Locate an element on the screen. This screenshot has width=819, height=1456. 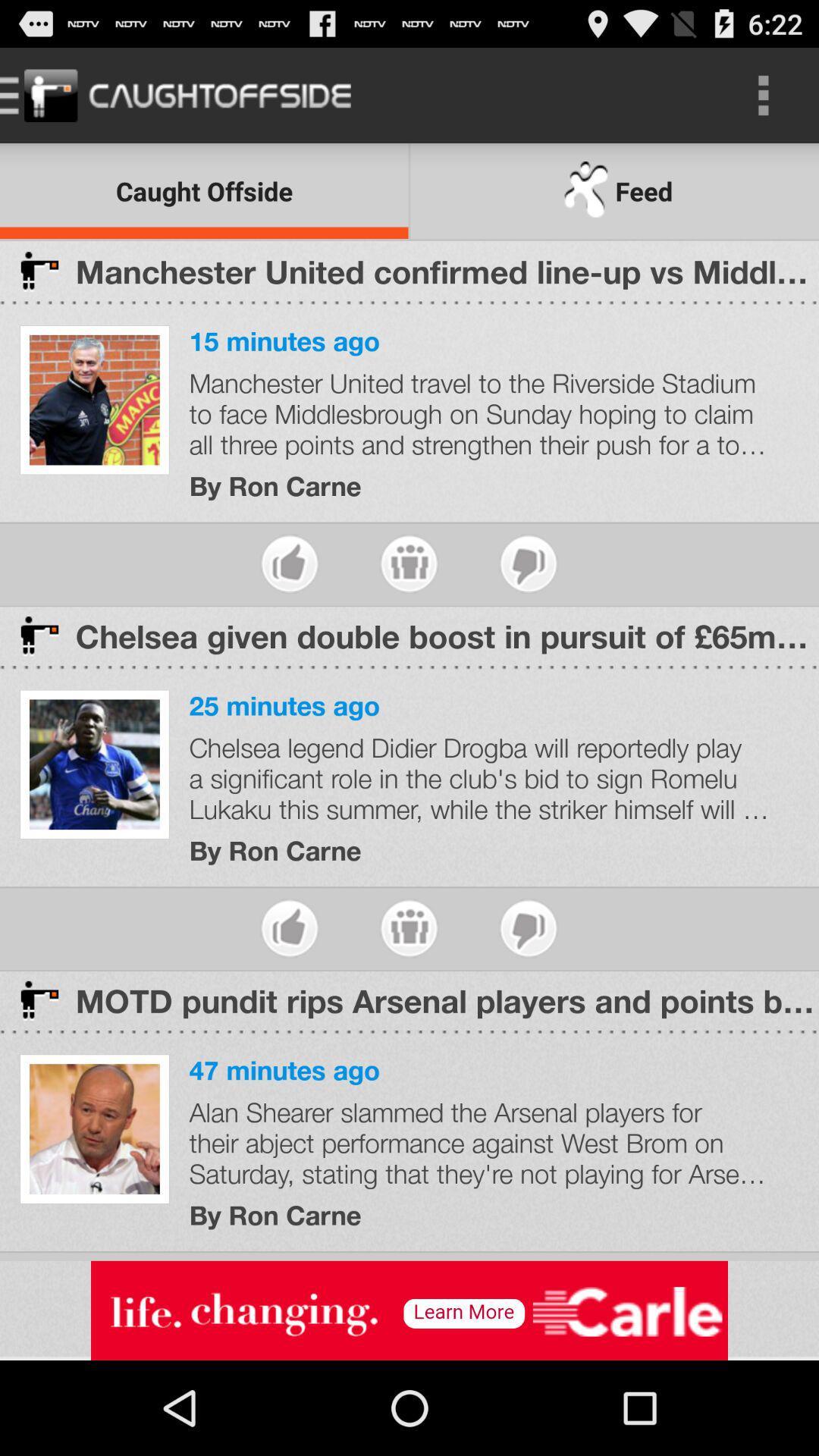
rate as thumbs down is located at coordinates (528, 927).